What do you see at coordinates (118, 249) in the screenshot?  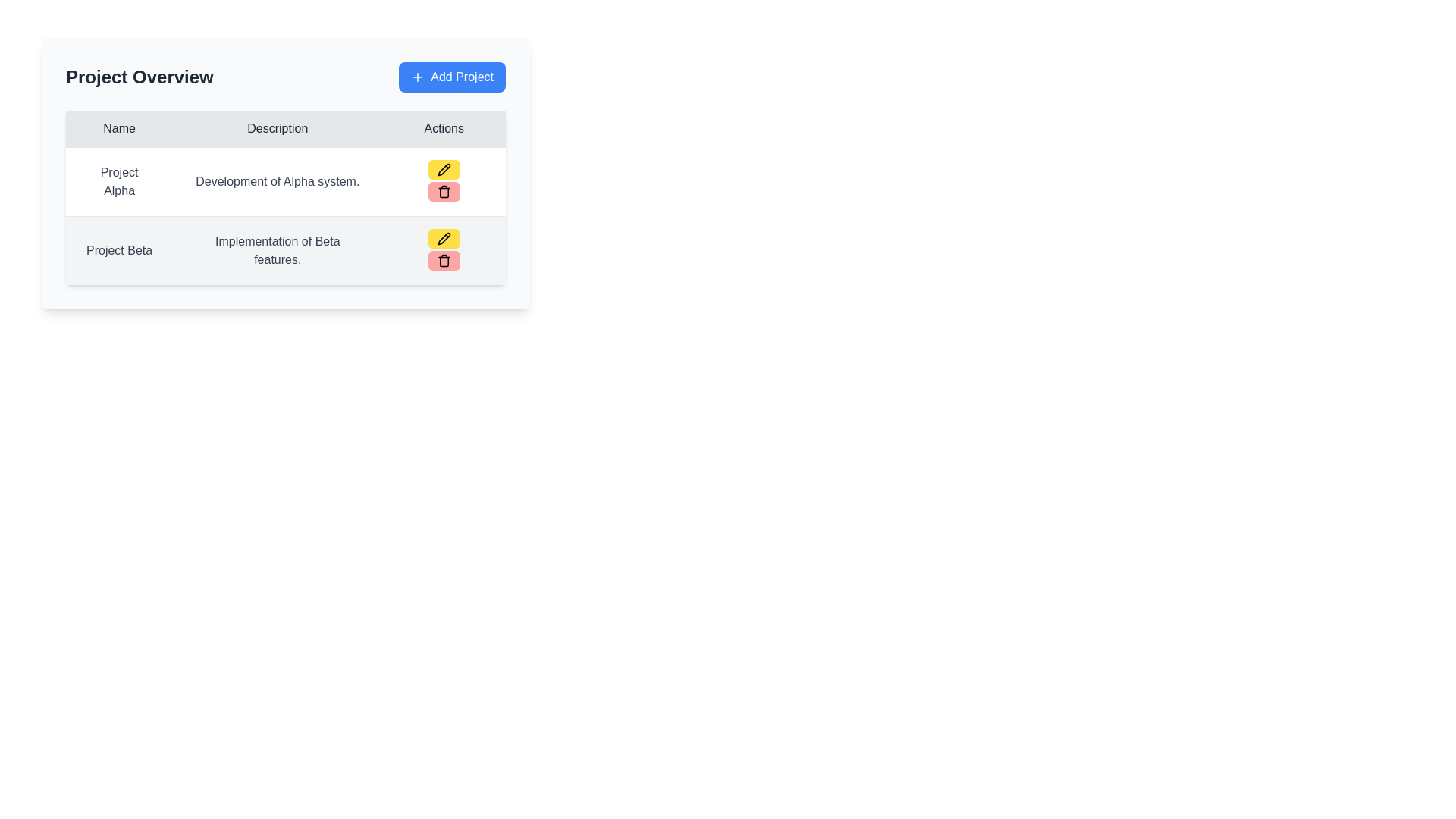 I see `the text label in the second row of the table under the 'Name' column that identifies the project as 'Implementation of Beta features.'` at bounding box center [118, 249].